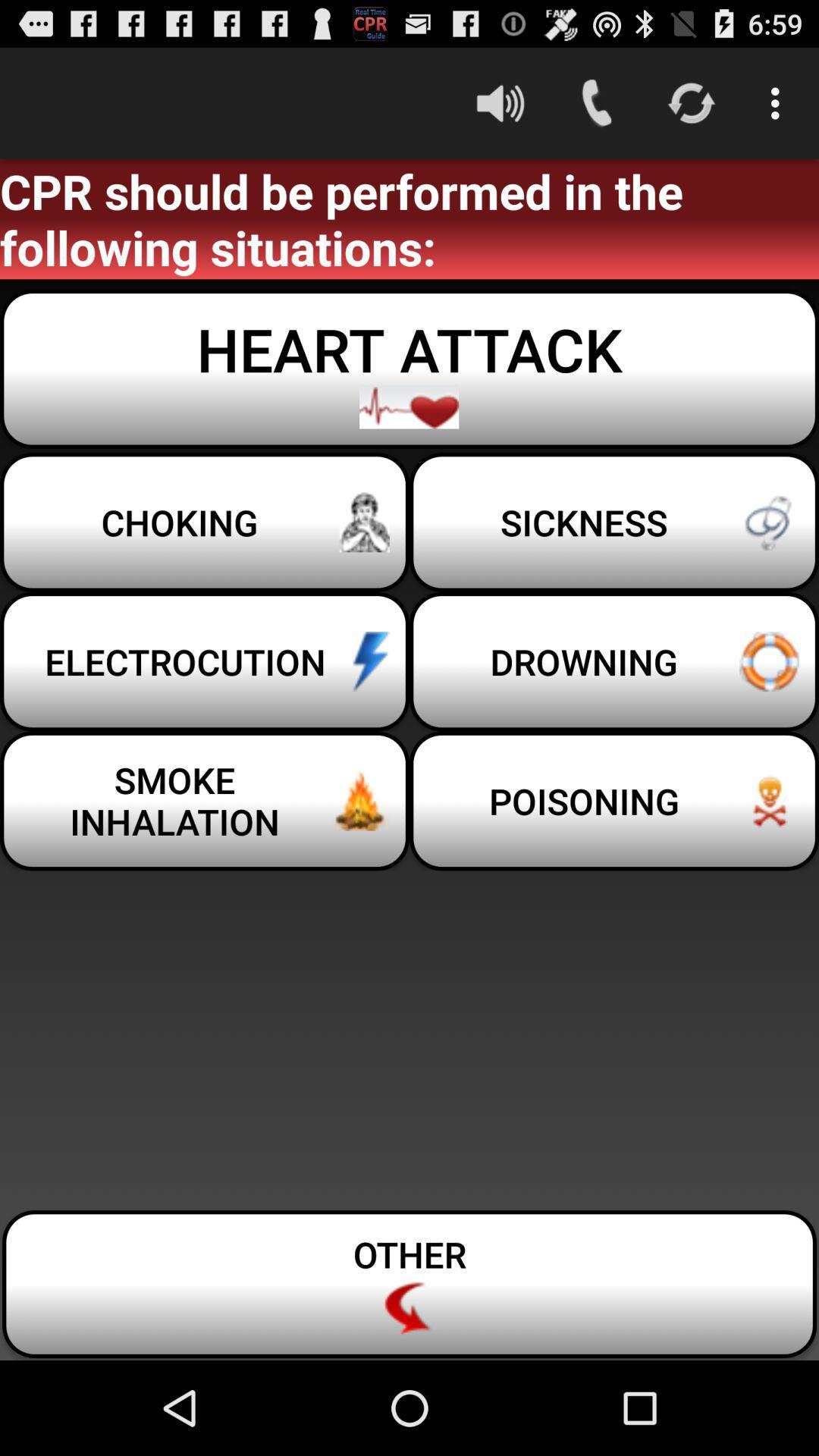 This screenshot has height=1456, width=819. What do you see at coordinates (205, 661) in the screenshot?
I see `the item above smoke inhalation` at bounding box center [205, 661].